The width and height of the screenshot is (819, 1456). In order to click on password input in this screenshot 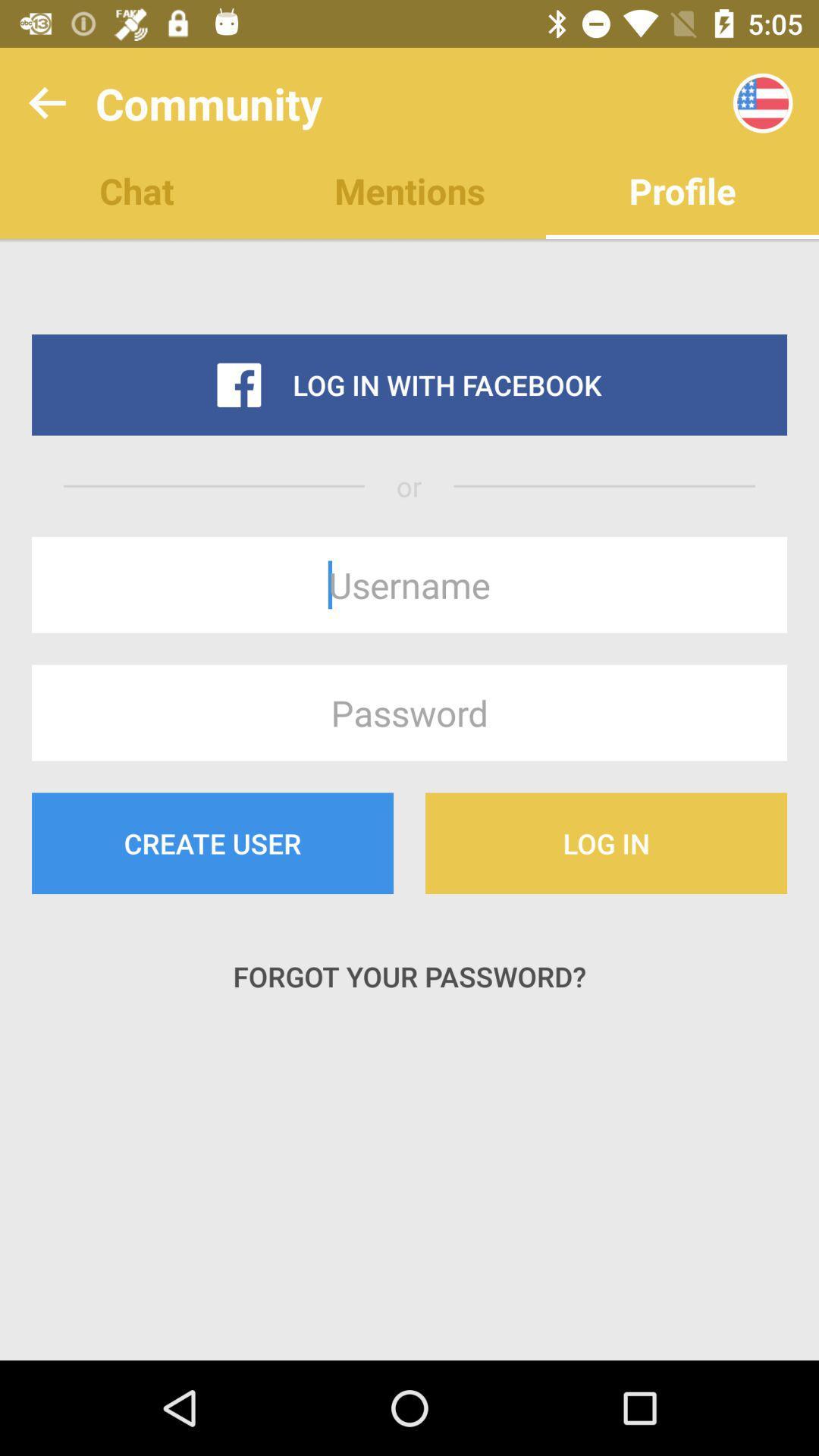, I will do `click(409, 712)`.